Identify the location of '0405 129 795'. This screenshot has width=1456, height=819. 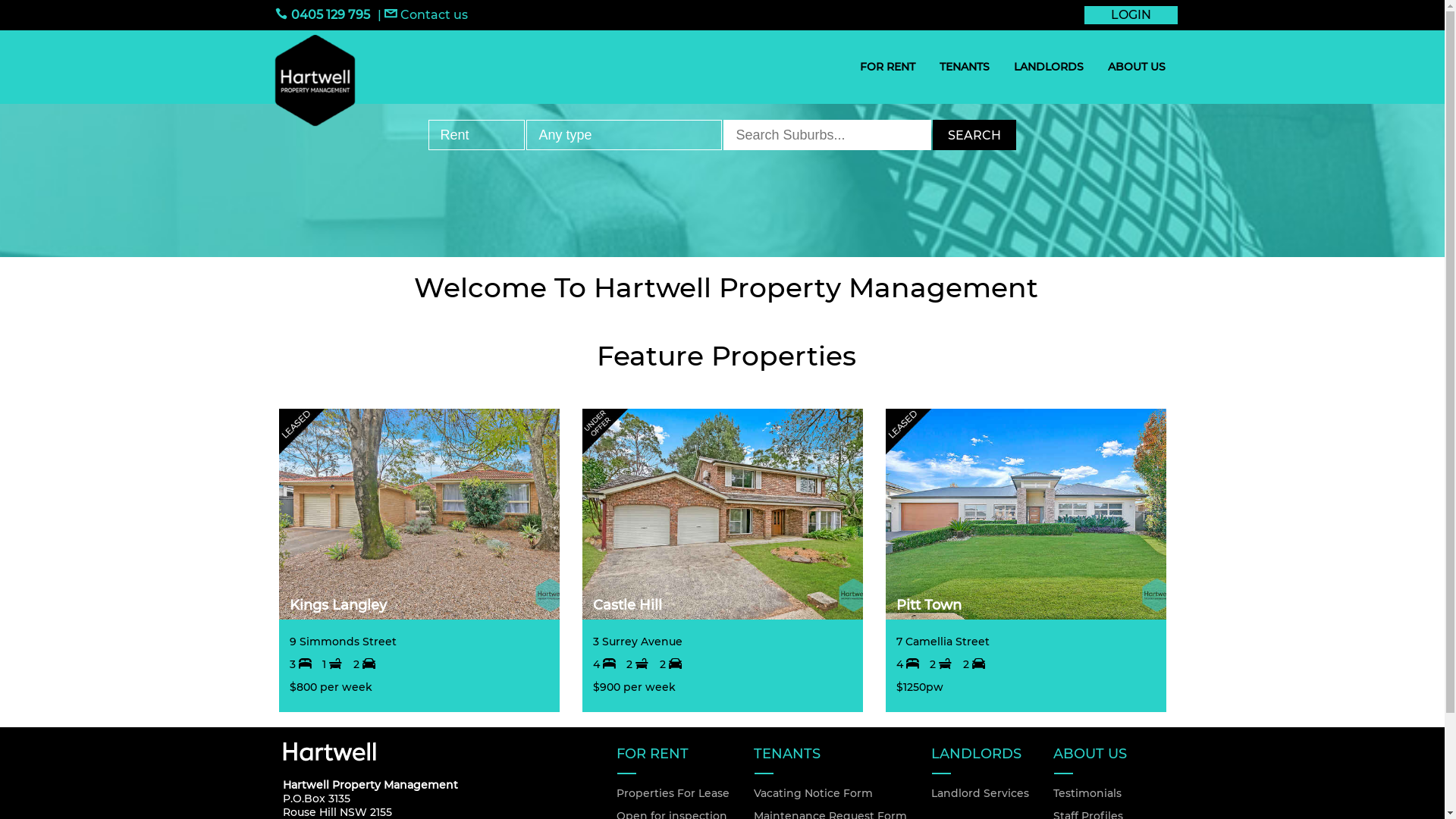
(274, 14).